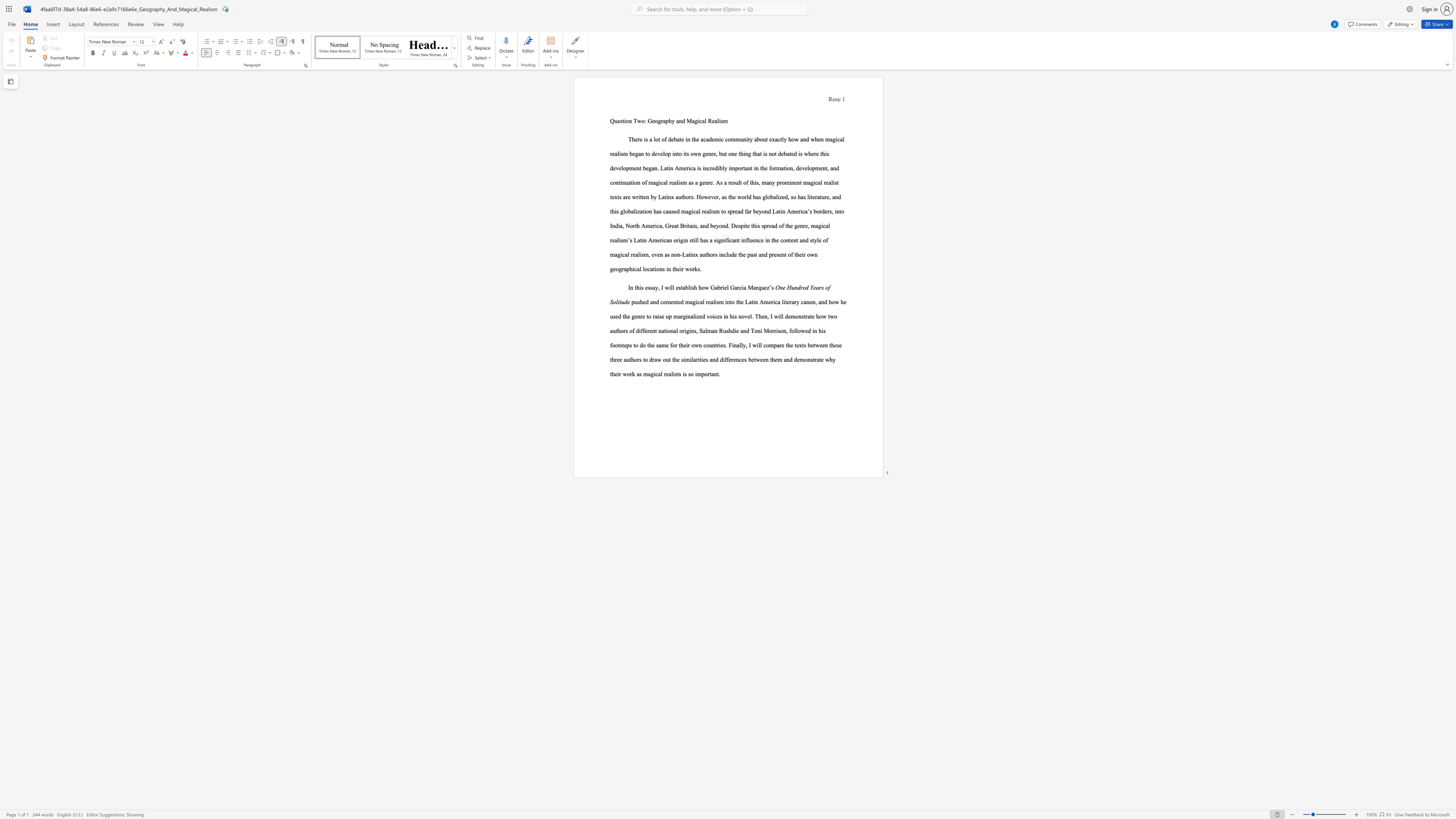  Describe the element at coordinates (689, 121) in the screenshot. I see `the 1th character "M" in the text` at that location.